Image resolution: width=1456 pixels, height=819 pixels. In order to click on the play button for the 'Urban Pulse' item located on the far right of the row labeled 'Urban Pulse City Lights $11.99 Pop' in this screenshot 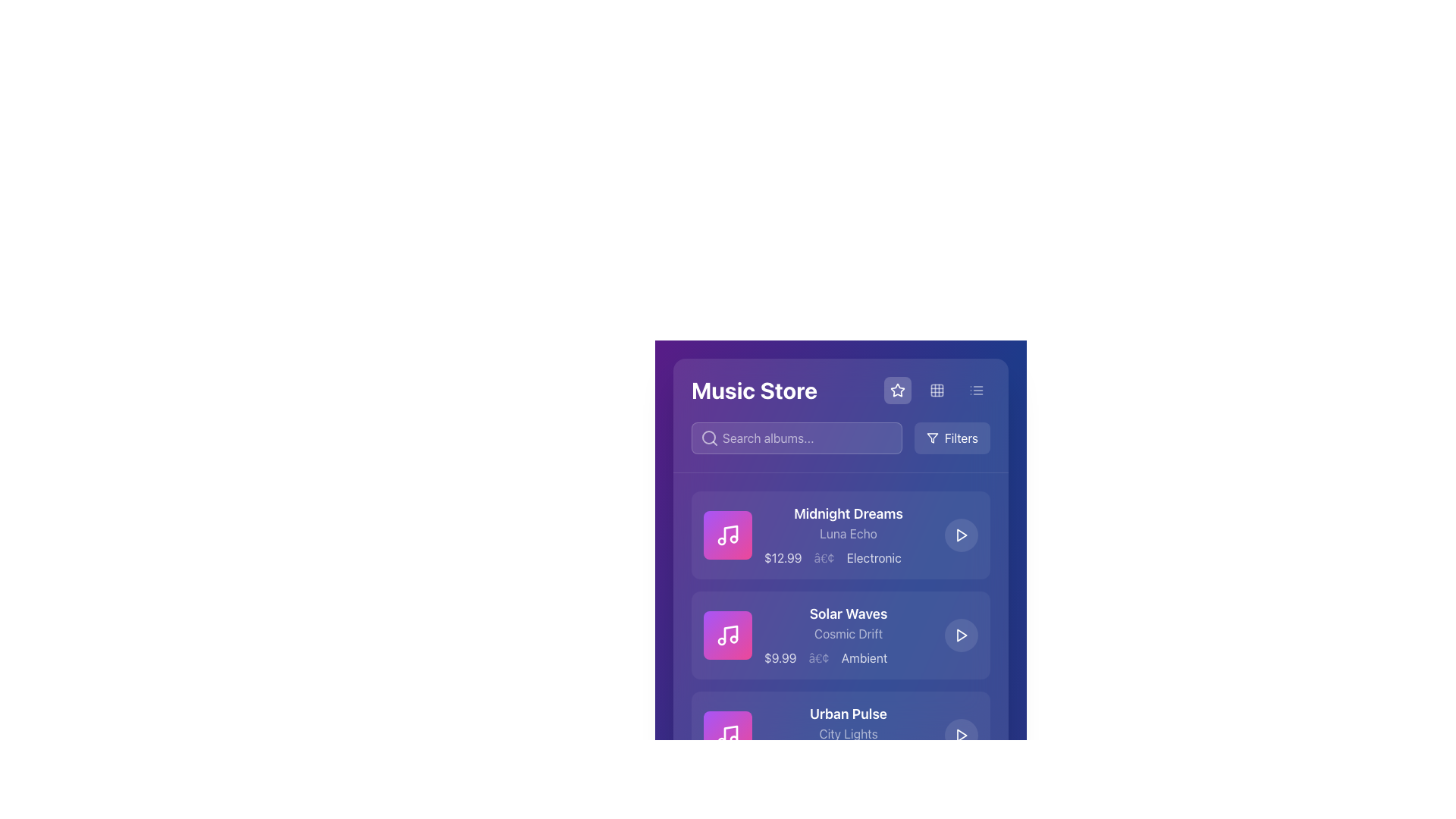, I will do `click(960, 734)`.